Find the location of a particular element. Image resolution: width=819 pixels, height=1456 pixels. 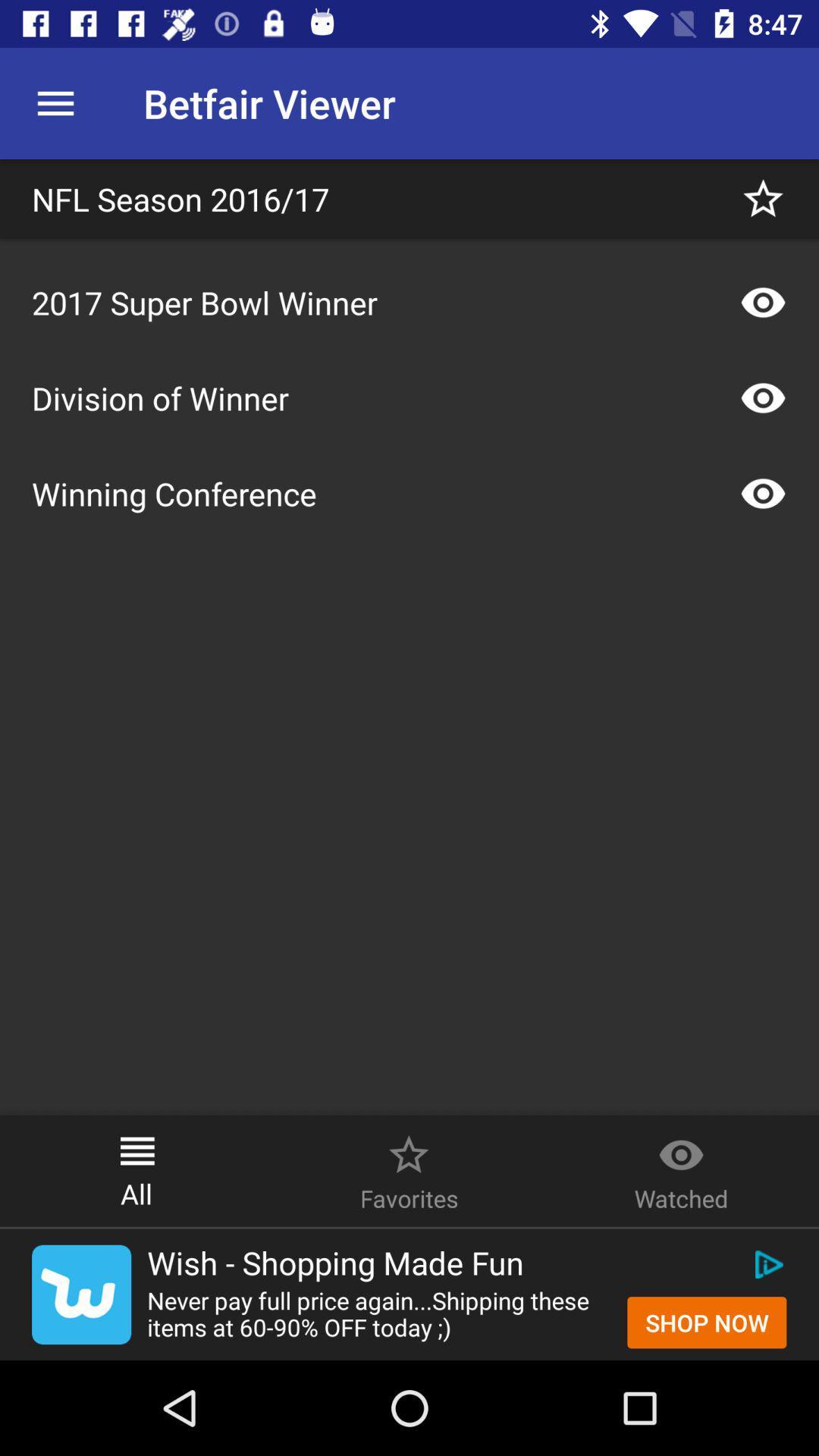

the blue colored logo at the bottom left corner of the page is located at coordinates (81, 1294).